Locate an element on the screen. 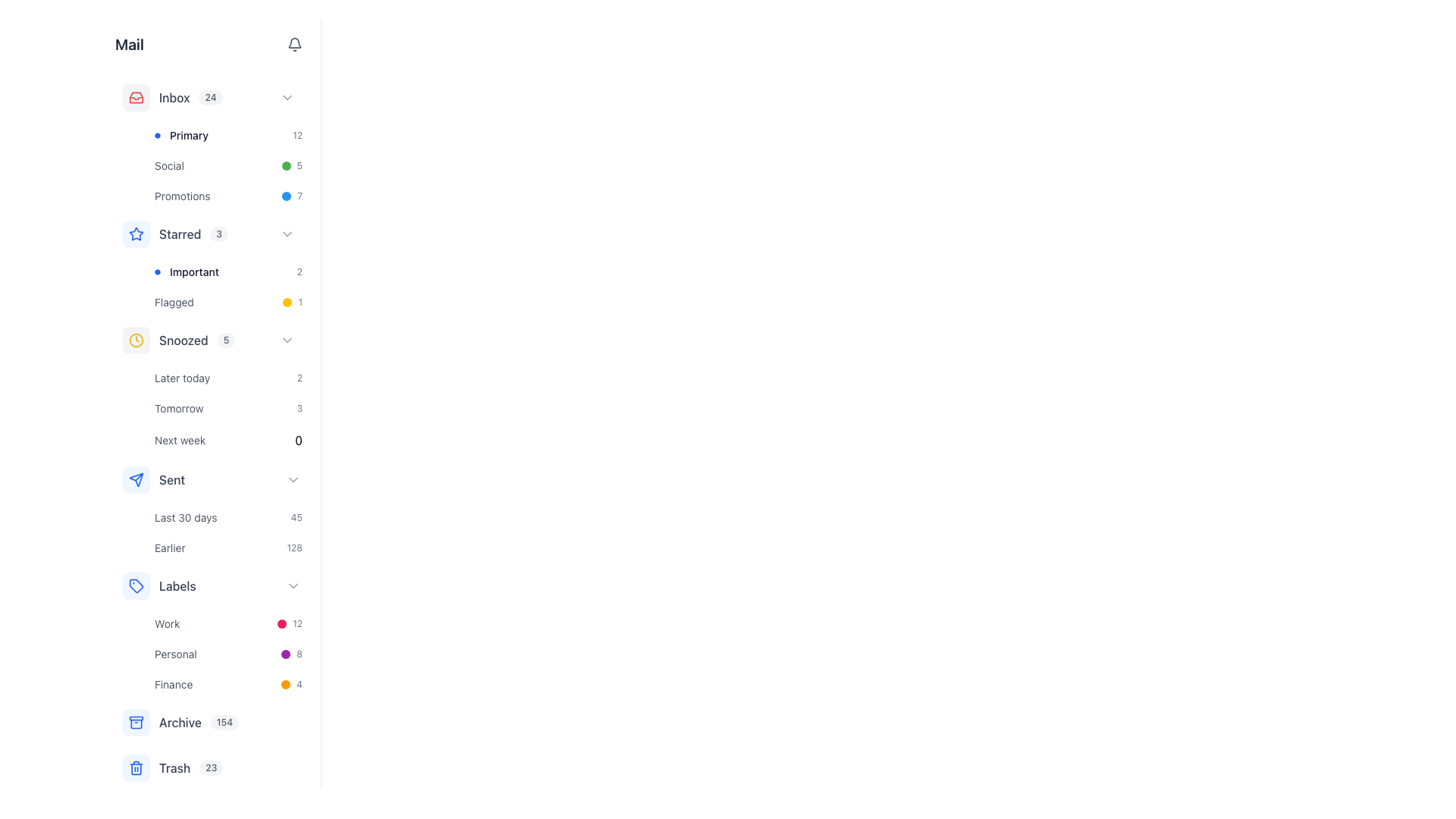 Image resolution: width=1456 pixels, height=819 pixels. the navigational button located in the left panel under the 'Inbox' category is located at coordinates (227, 134).